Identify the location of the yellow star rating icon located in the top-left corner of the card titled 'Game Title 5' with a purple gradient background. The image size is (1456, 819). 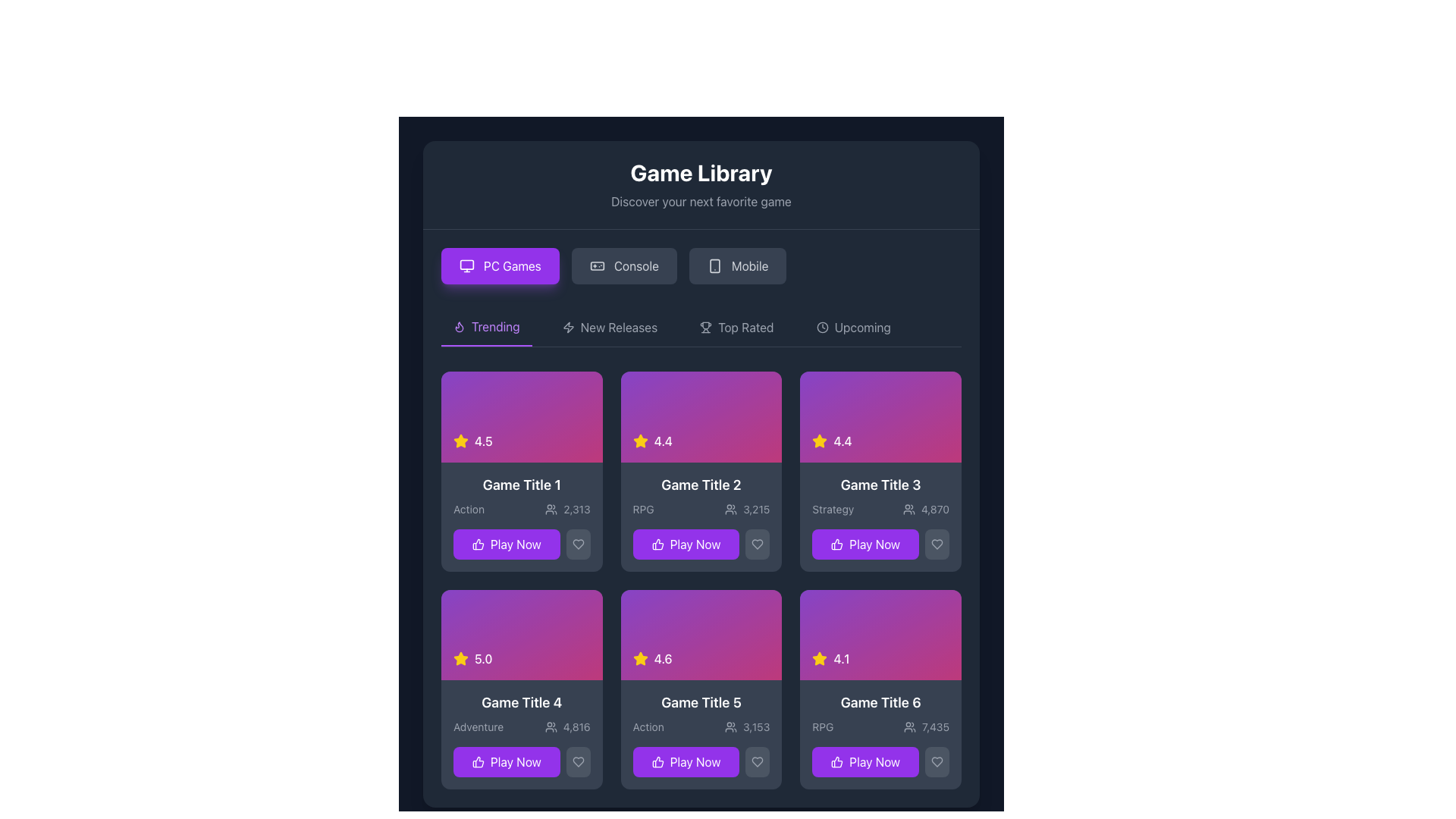
(640, 657).